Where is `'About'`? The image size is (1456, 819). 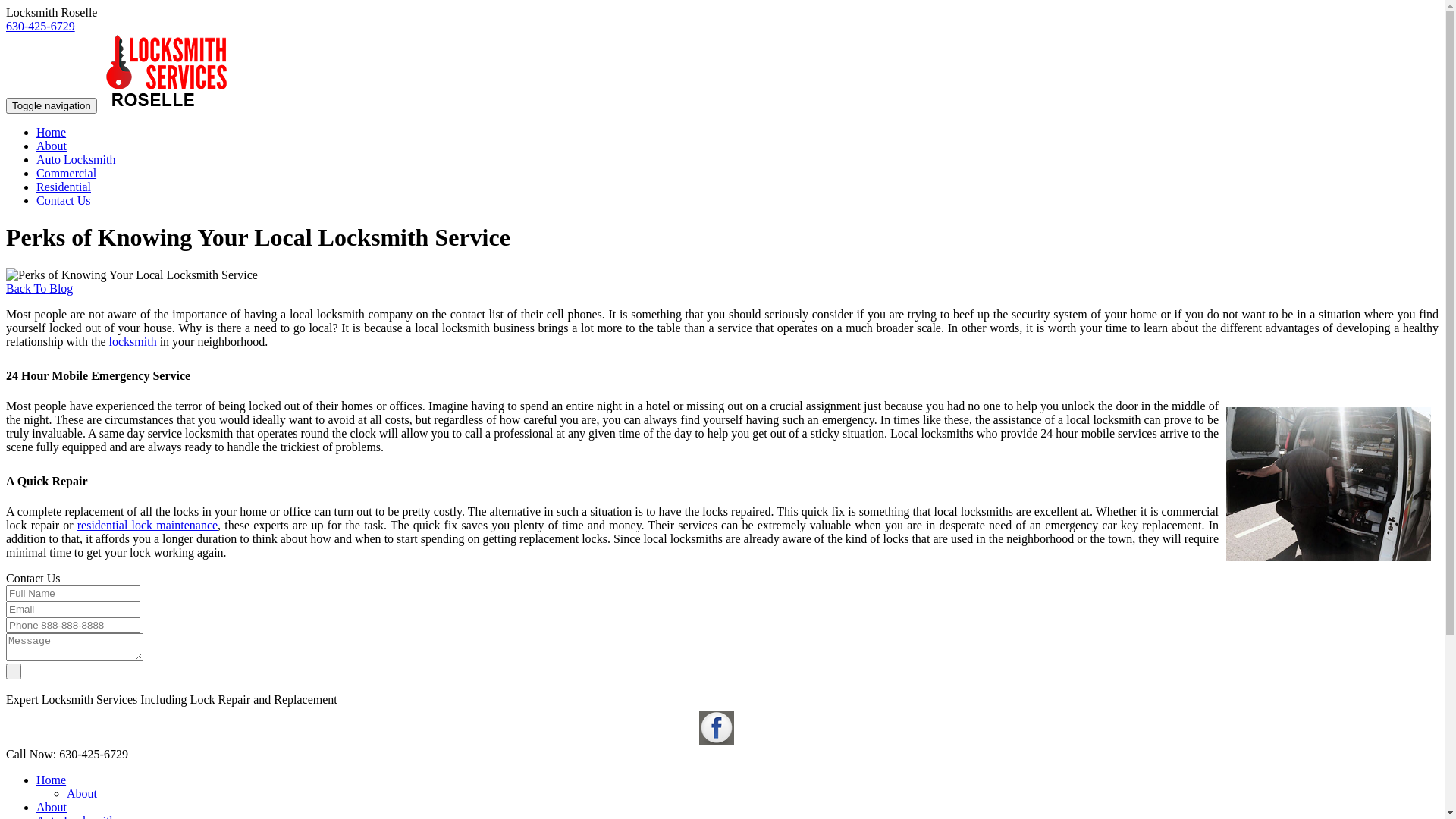
'About' is located at coordinates (51, 146).